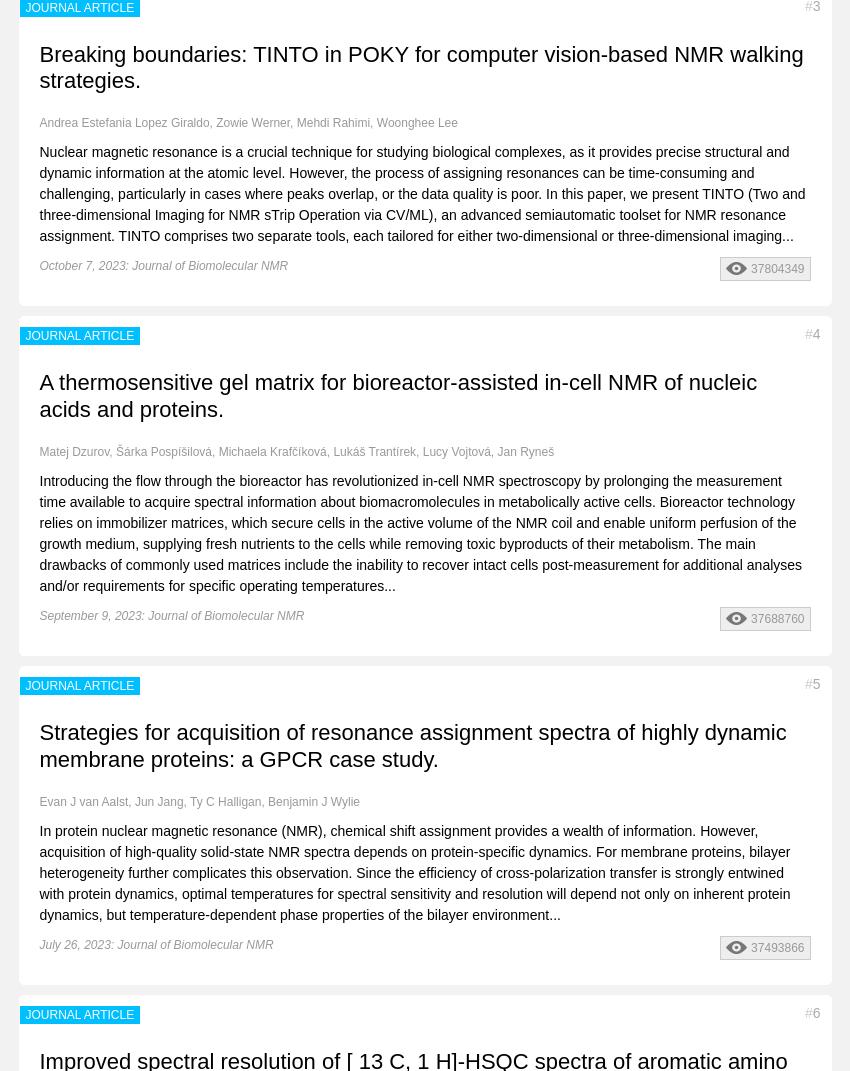 This screenshot has width=850, height=1071. Describe the element at coordinates (420, 532) in the screenshot. I see `'Introducing the flow through the bioreactor has revolutionized in-cell NMR spectroscopy by prolonging the measurement time available to acquire spectral information about biomacromolecules in metabolically active cells. Bioreactor technology relies on immobilizer matrices, which secure cells in the active volume of the NMR coil and enable uniform perfusion of the growth medium, supplying fresh nutrients to the cells while removing toxic byproducts of their metabolism. The main drawbacks of commonly used matrices include the inability to recover intact cells post-measurement for additional analyses and/or requirements for specific operating temperatures...'` at that location.